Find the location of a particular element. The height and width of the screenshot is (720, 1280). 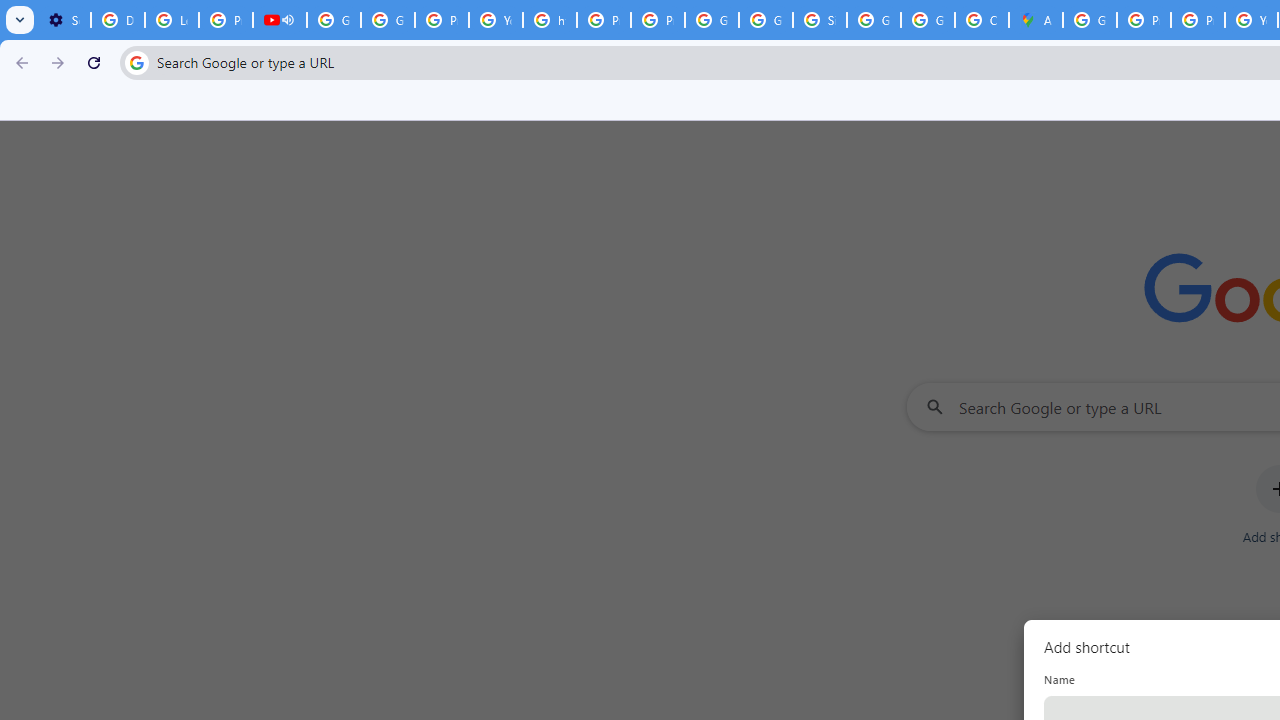

'Settings - Performance' is located at coordinates (64, 20).